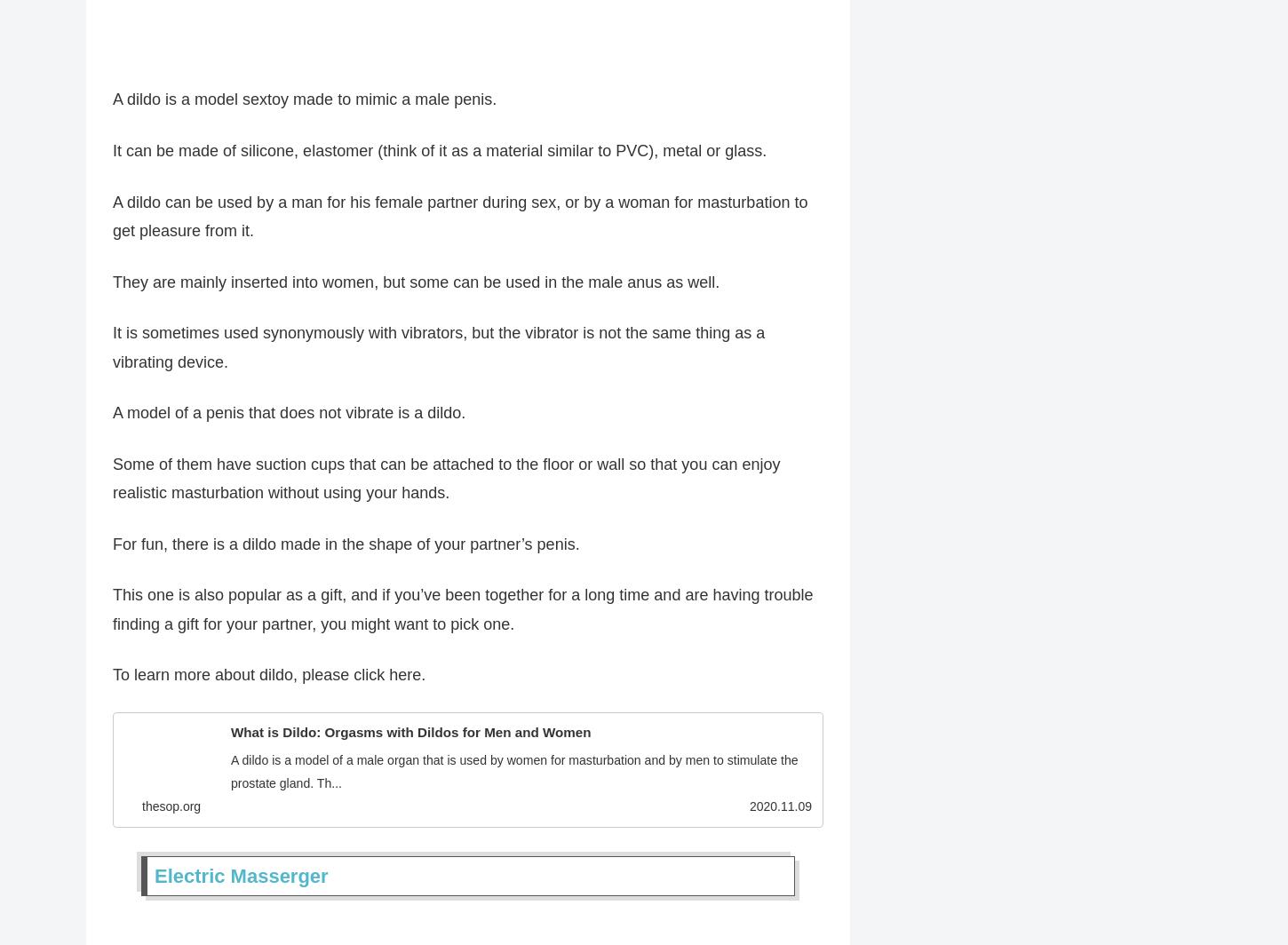 This screenshot has width=1288, height=945. Describe the element at coordinates (345, 551) in the screenshot. I see `'For fun, there is a dildo made in the shape of your partner’s penis.'` at that location.